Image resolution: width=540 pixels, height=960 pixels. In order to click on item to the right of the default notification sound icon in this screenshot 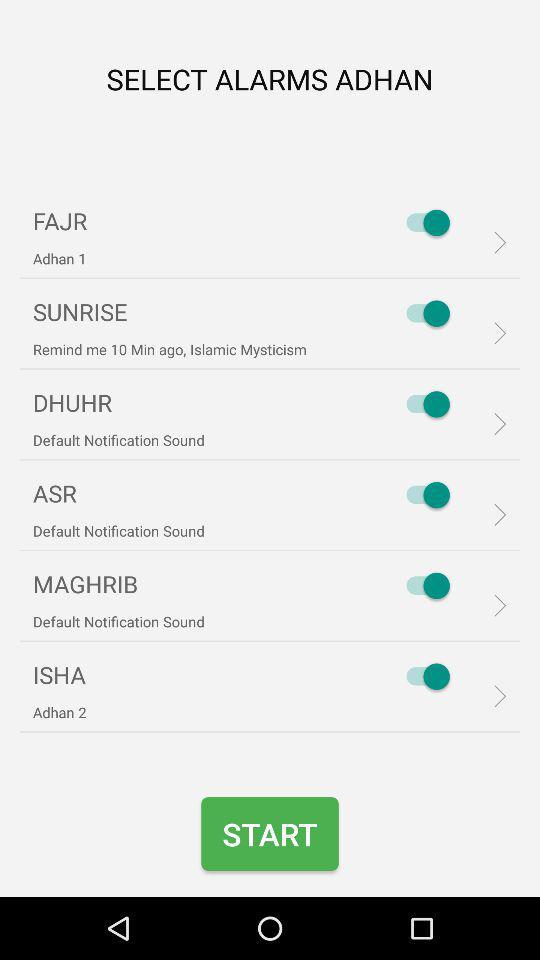, I will do `click(422, 585)`.